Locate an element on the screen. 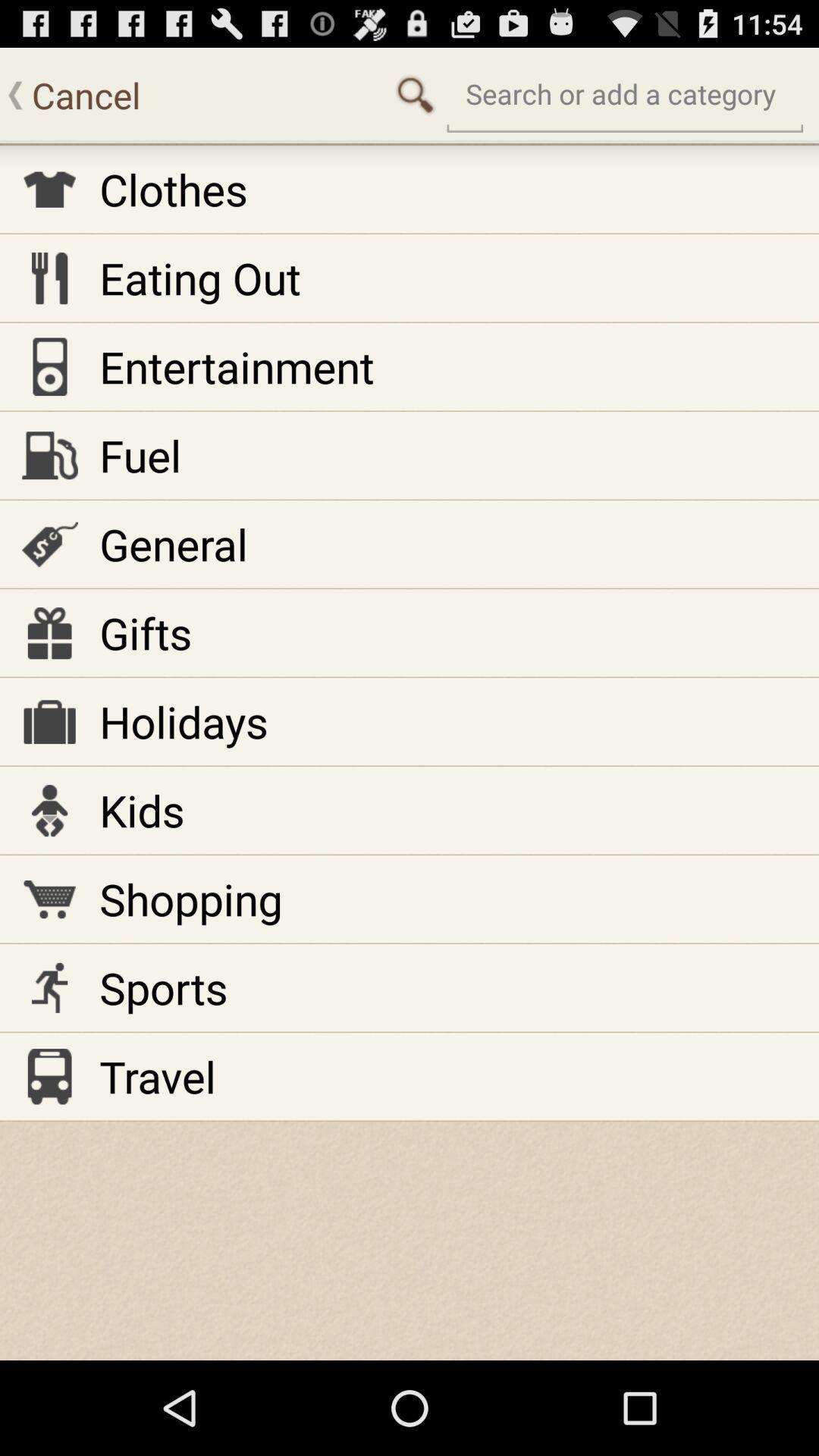 The width and height of the screenshot is (819, 1456). the clothes icon is located at coordinates (173, 188).